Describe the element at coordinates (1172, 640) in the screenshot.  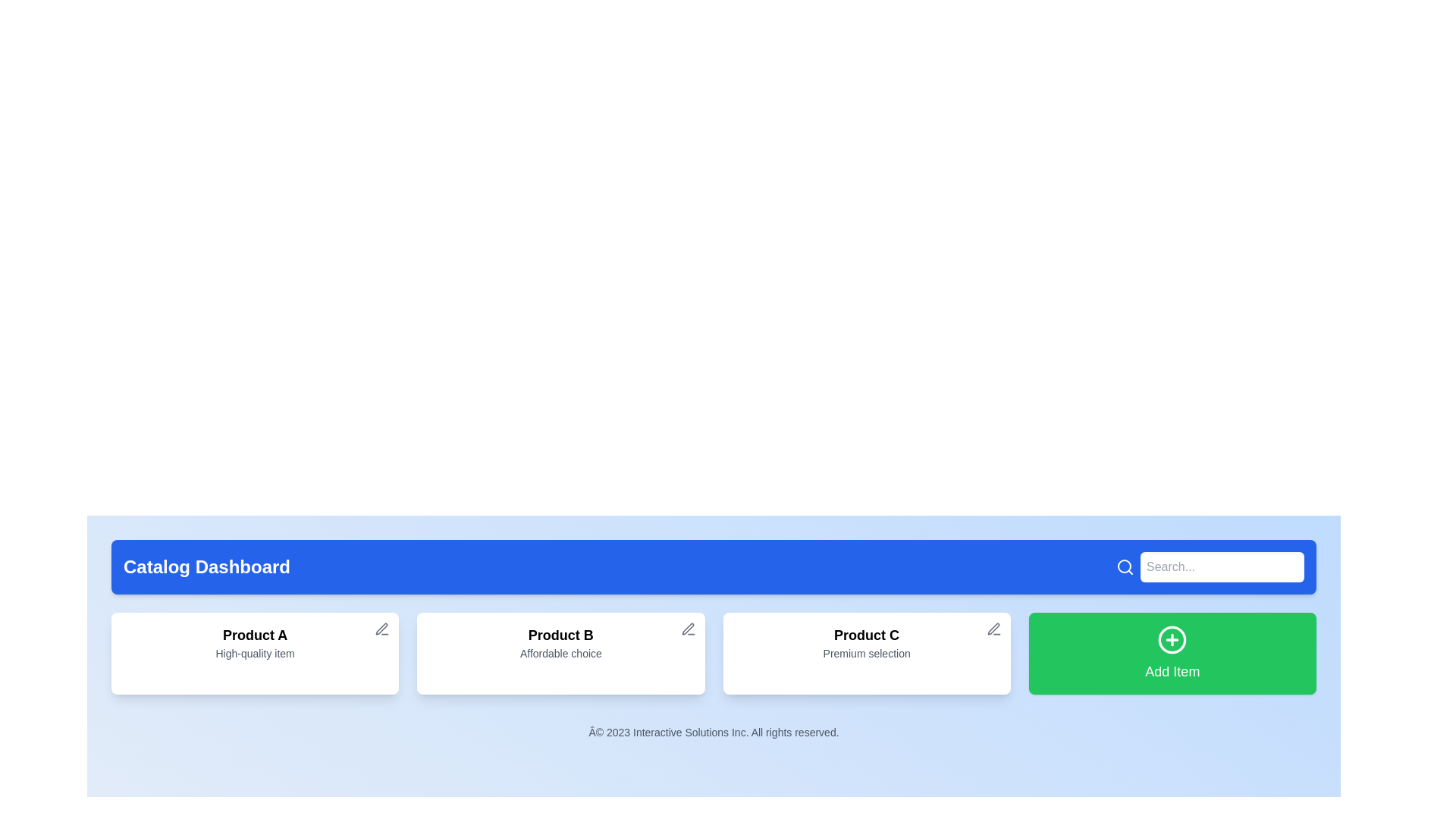
I see `the circular icon with a plus sign in the center, which is located on the green 'Add Item' button at the bottom-right corner of the interface` at that location.